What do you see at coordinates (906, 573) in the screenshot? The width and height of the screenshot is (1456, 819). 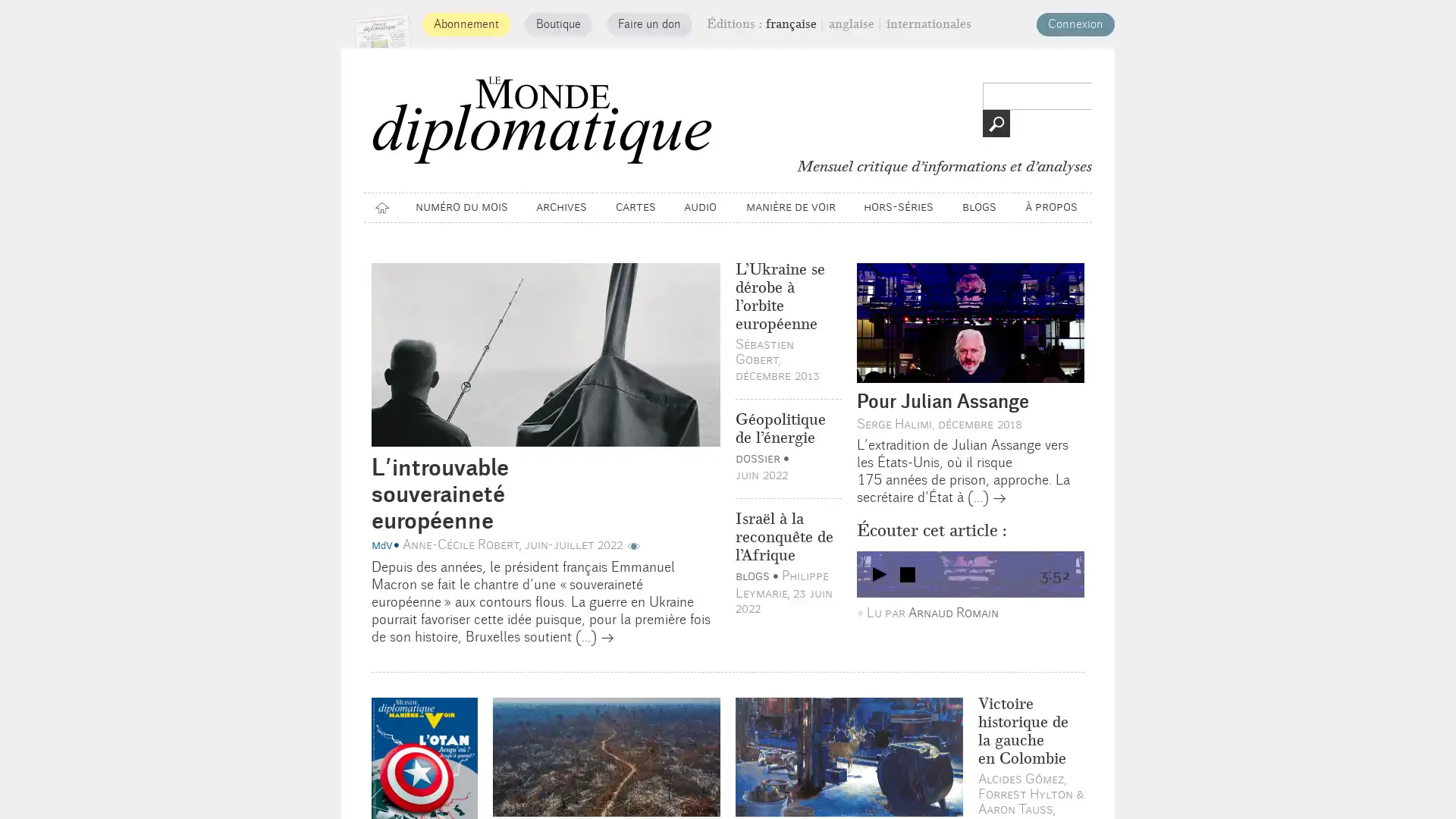 I see `Arreter le son` at bounding box center [906, 573].